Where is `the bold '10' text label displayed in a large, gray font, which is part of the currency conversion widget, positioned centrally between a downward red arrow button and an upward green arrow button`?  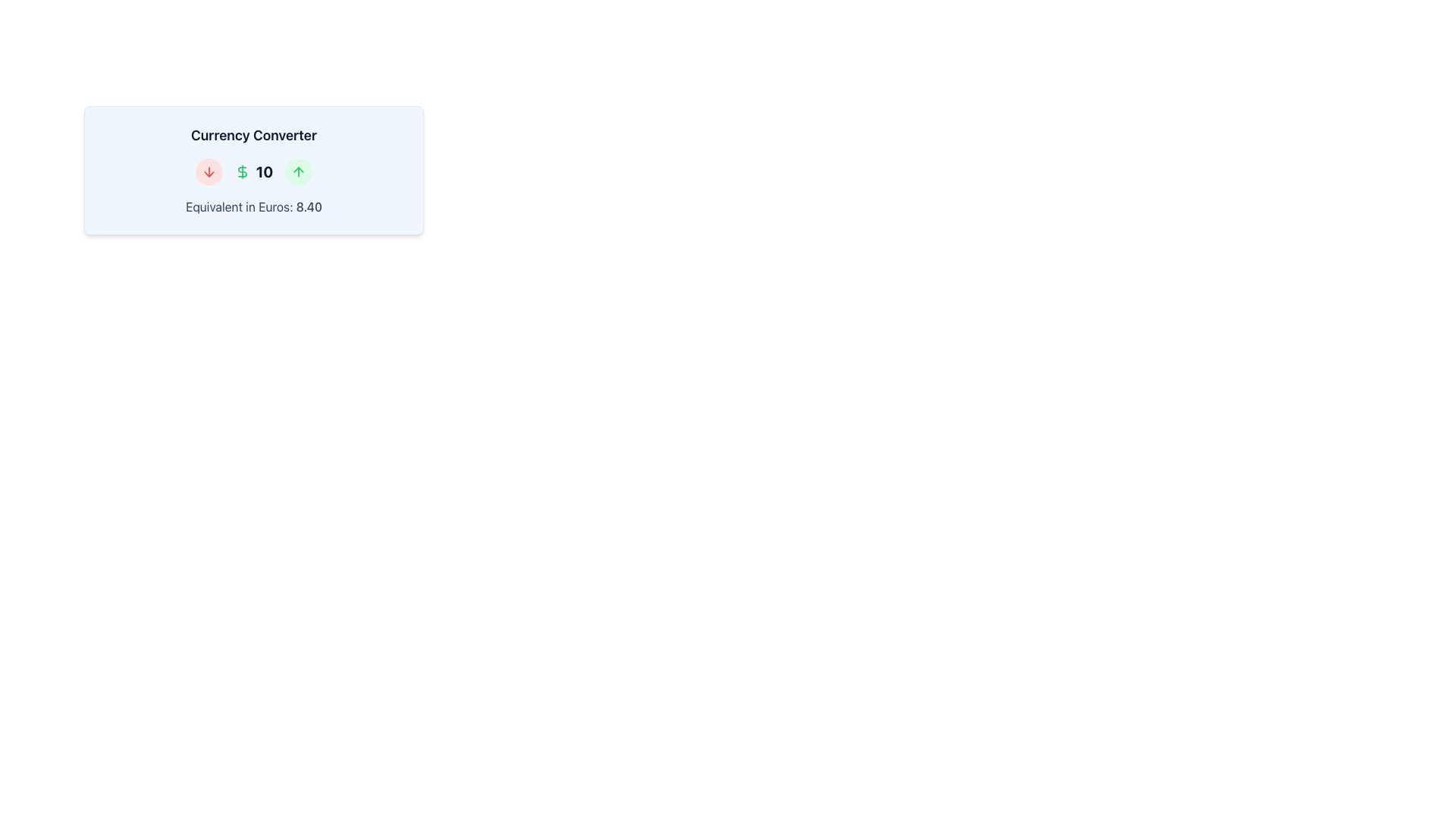
the bold '10' text label displayed in a large, gray font, which is part of the currency conversion widget, positioned centrally between a downward red arrow button and an upward green arrow button is located at coordinates (254, 171).